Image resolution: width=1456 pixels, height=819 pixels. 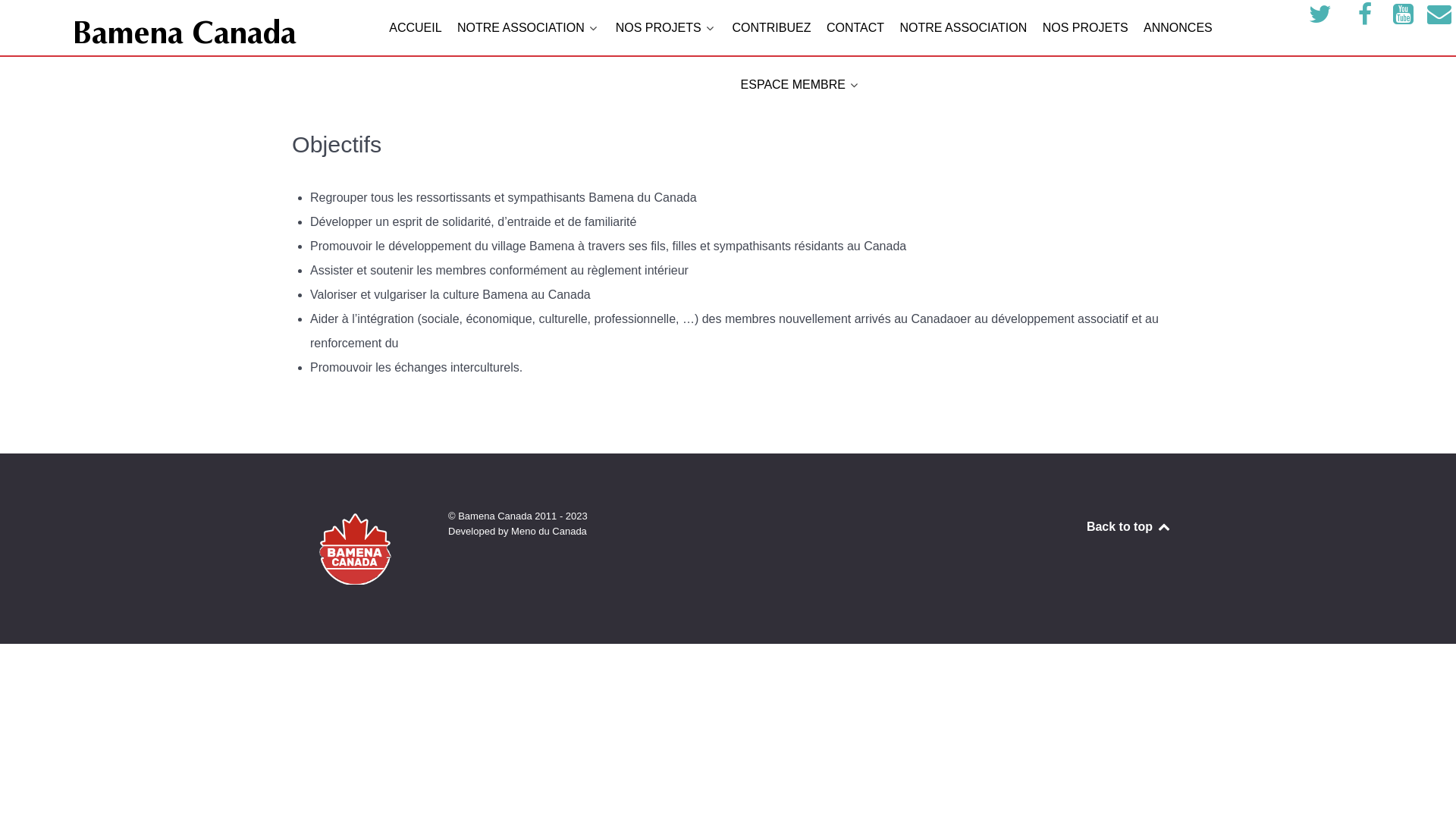 What do you see at coordinates (855, 29) in the screenshot?
I see `'CONTACT'` at bounding box center [855, 29].